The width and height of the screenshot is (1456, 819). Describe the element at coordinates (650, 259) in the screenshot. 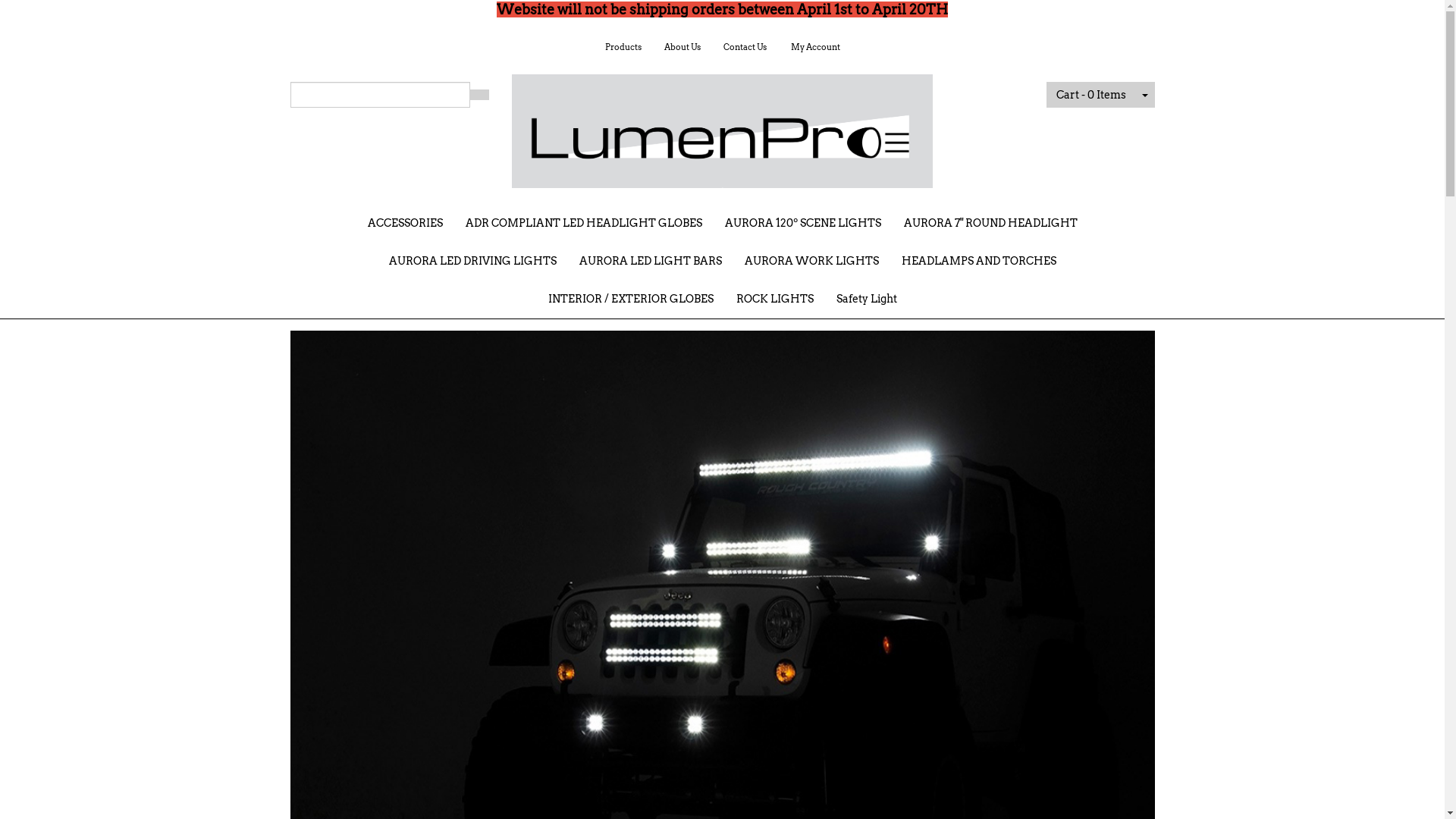

I see `'AURORA LED LIGHT BARS'` at that location.